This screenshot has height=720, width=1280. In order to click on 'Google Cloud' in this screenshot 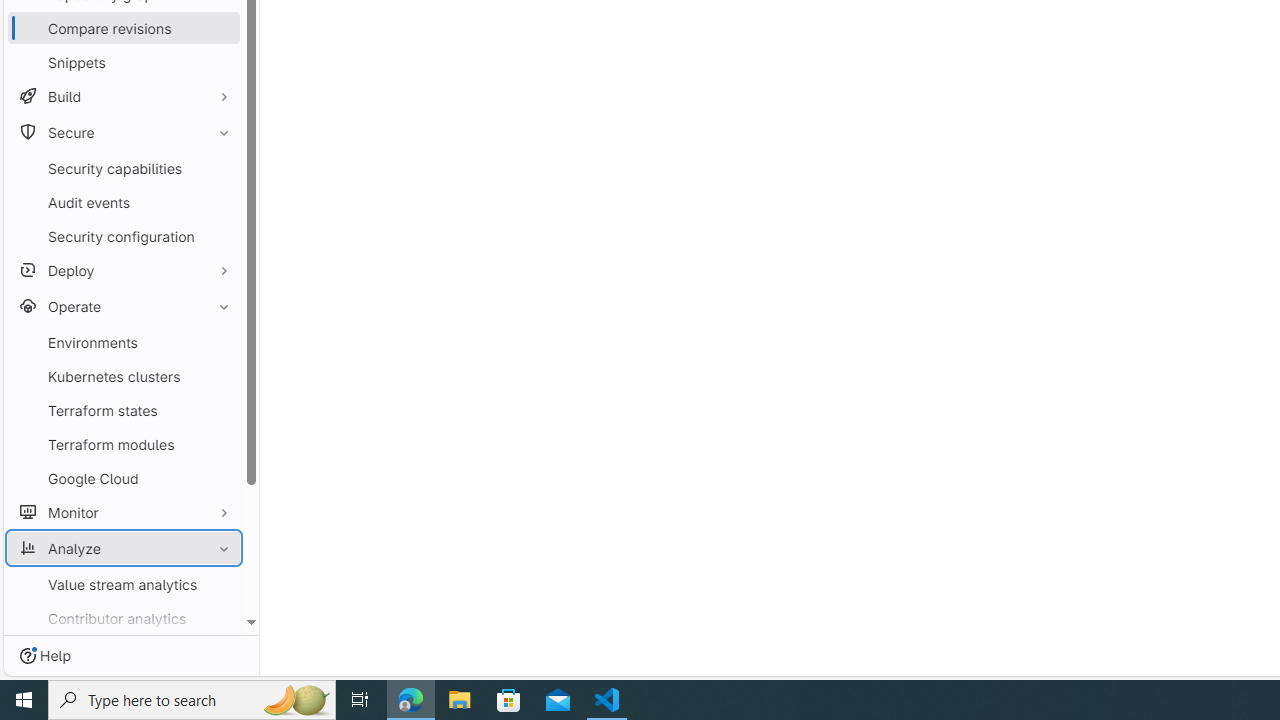, I will do `click(123, 478)`.